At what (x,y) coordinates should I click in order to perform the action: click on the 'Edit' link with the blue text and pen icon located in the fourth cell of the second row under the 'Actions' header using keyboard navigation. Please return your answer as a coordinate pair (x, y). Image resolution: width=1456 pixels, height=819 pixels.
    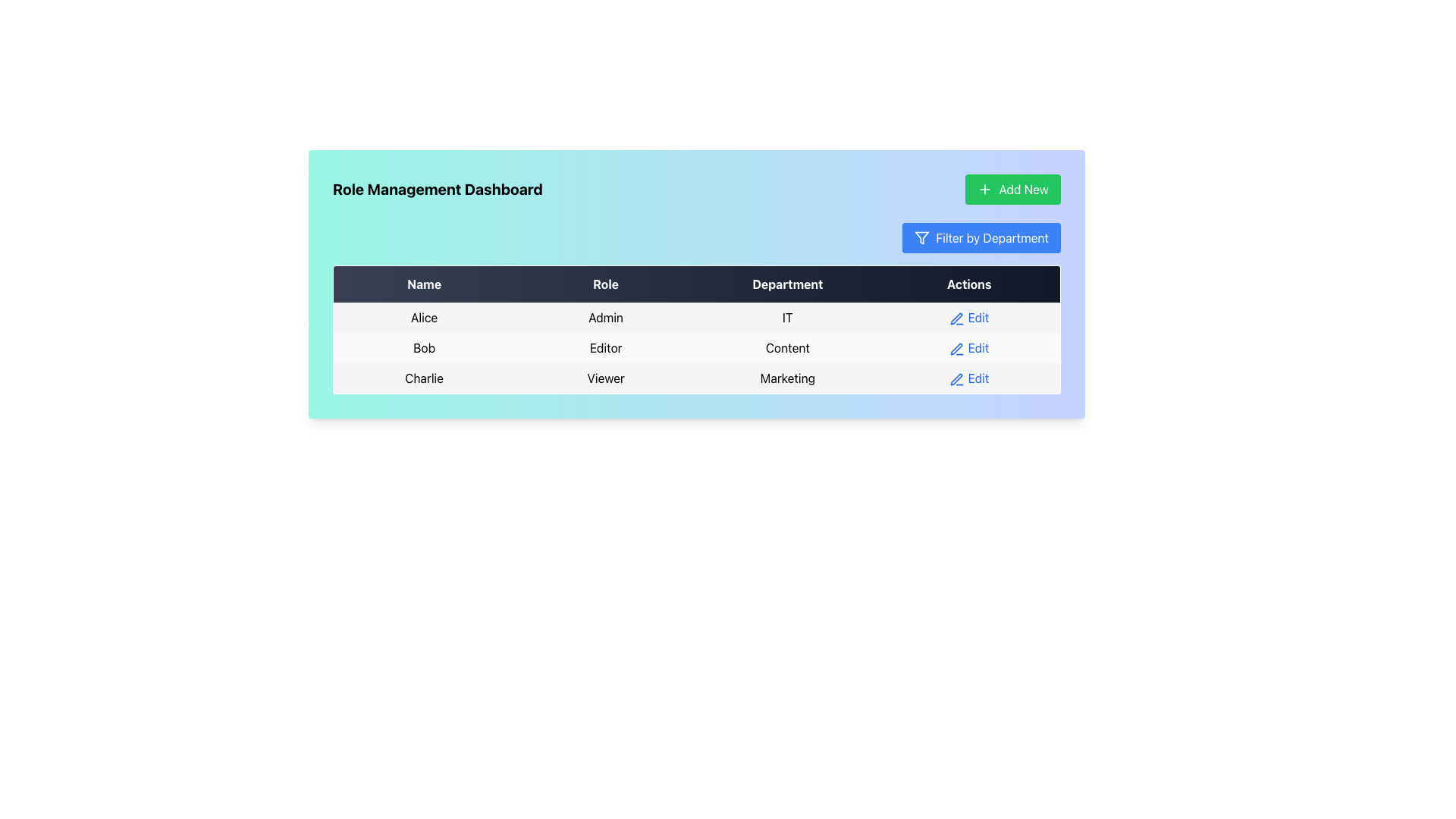
    Looking at the image, I should click on (968, 348).